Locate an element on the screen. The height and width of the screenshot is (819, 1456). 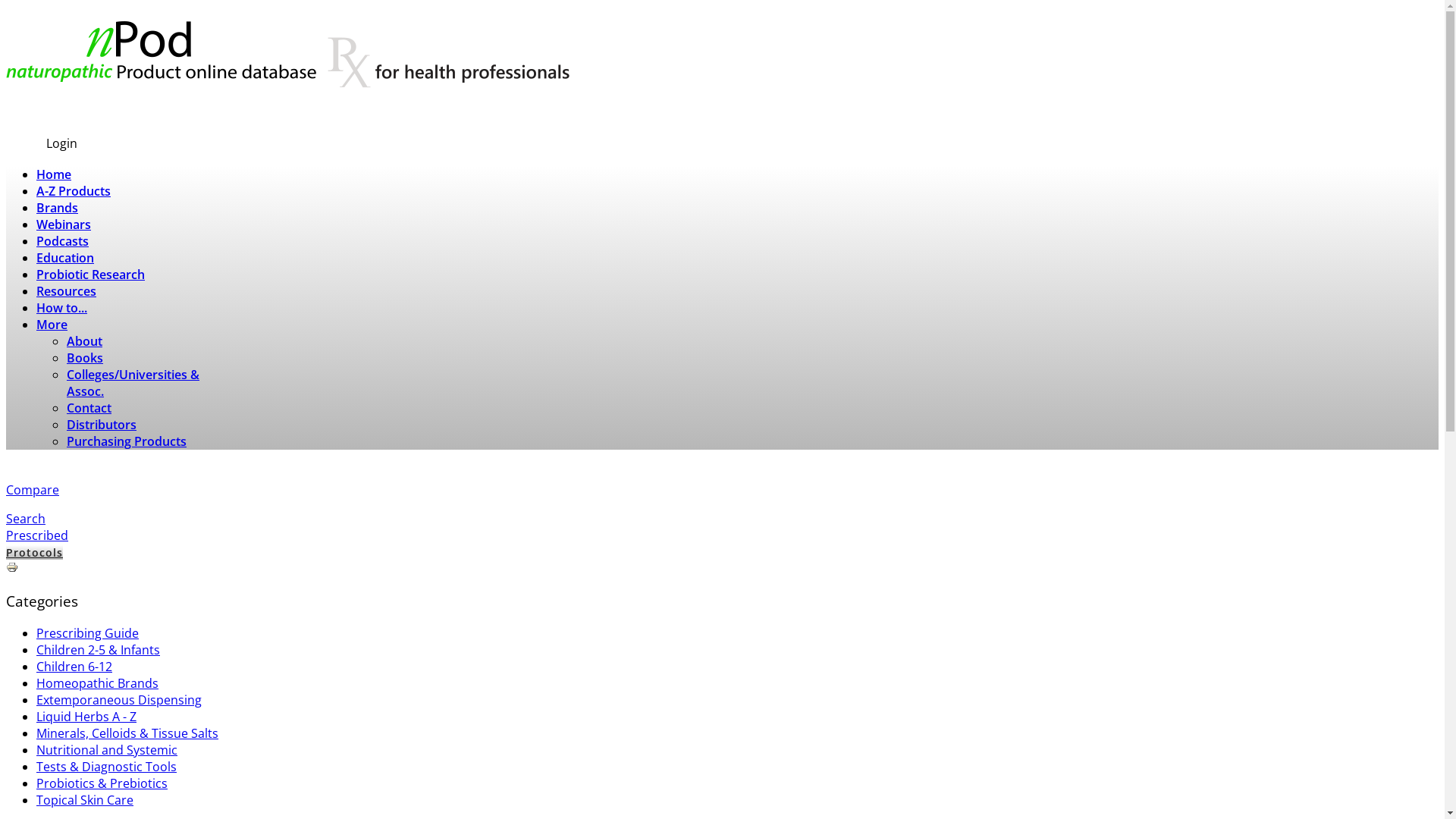
'Podcasts' is located at coordinates (61, 240).